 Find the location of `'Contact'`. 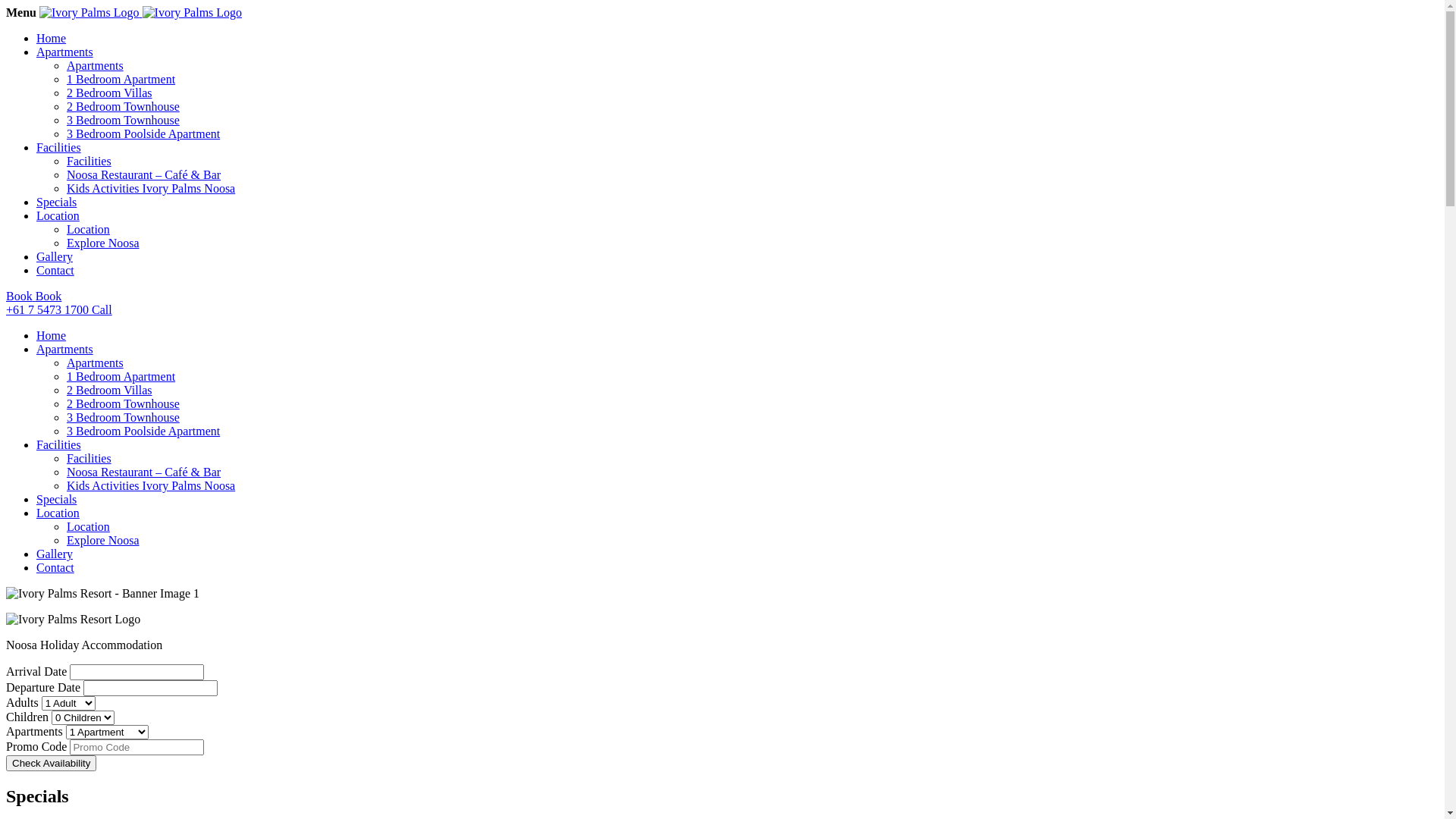

'Contact' is located at coordinates (55, 567).